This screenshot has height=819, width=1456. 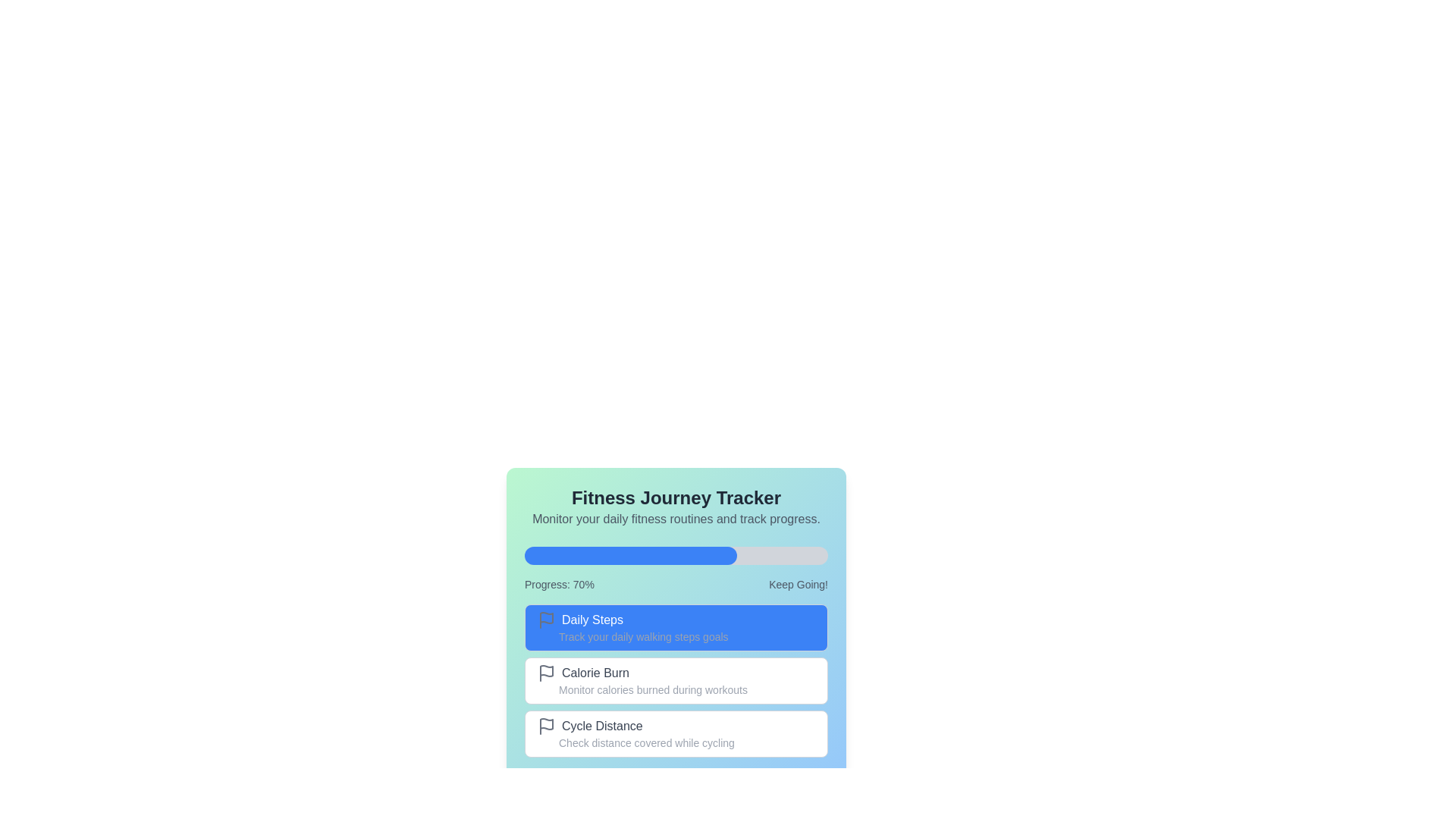 What do you see at coordinates (686, 637) in the screenshot?
I see `the static text label providing additional information about the 'Daily Steps' block to read the description` at bounding box center [686, 637].